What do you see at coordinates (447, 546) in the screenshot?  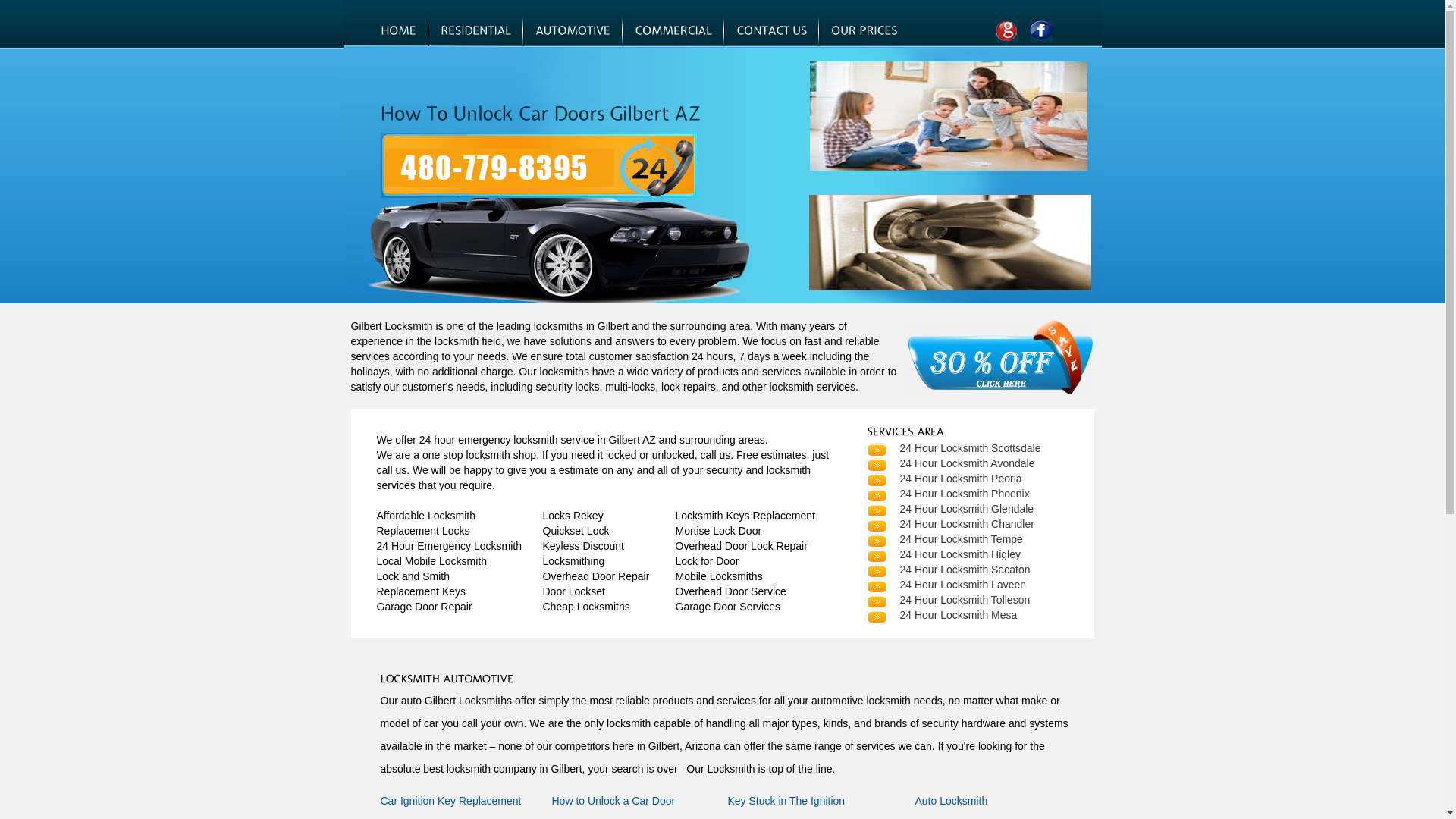 I see `'24 Hour Emergency Locksmith'` at bounding box center [447, 546].